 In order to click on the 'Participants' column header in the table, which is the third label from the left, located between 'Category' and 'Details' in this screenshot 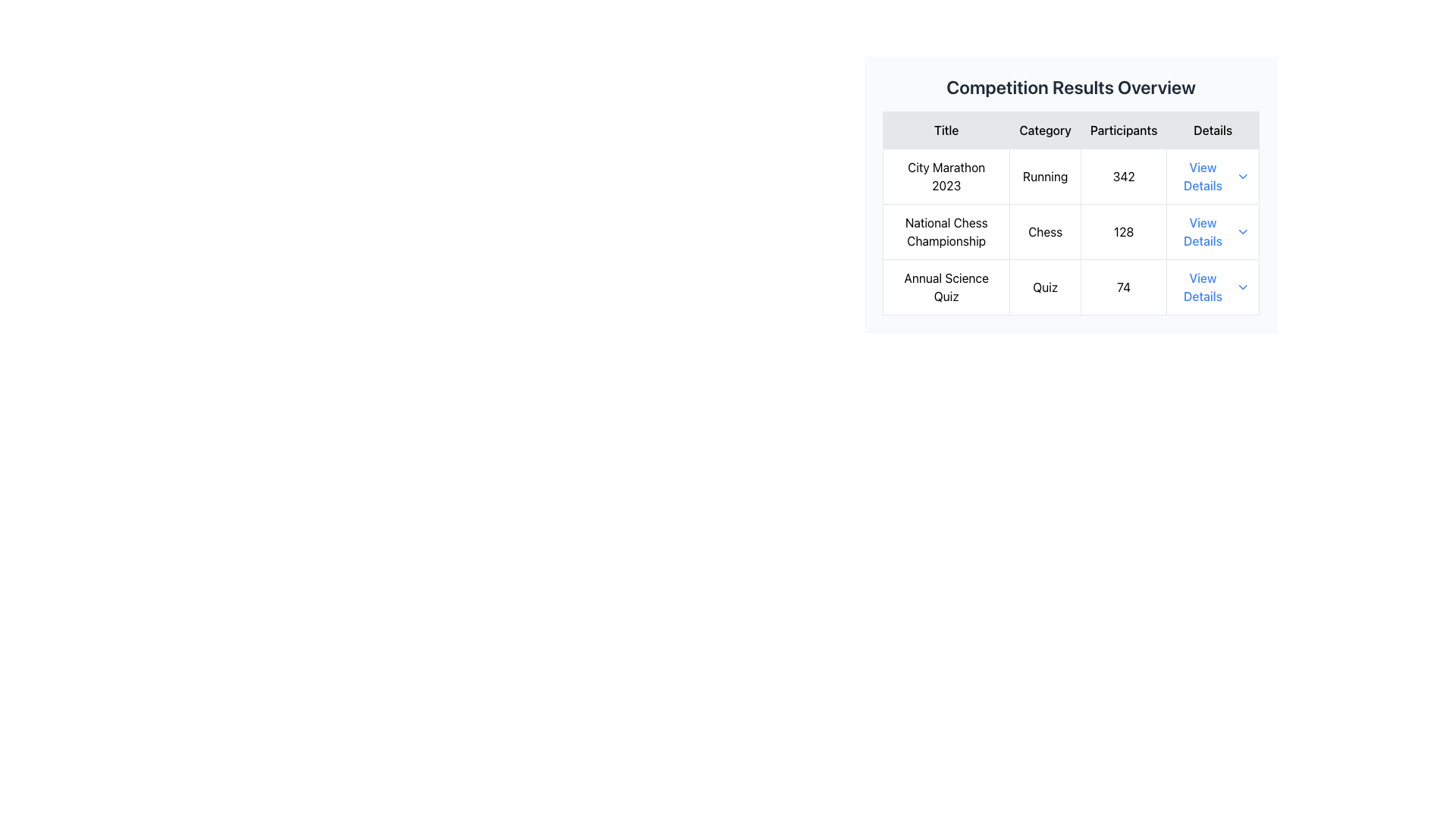, I will do `click(1124, 130)`.